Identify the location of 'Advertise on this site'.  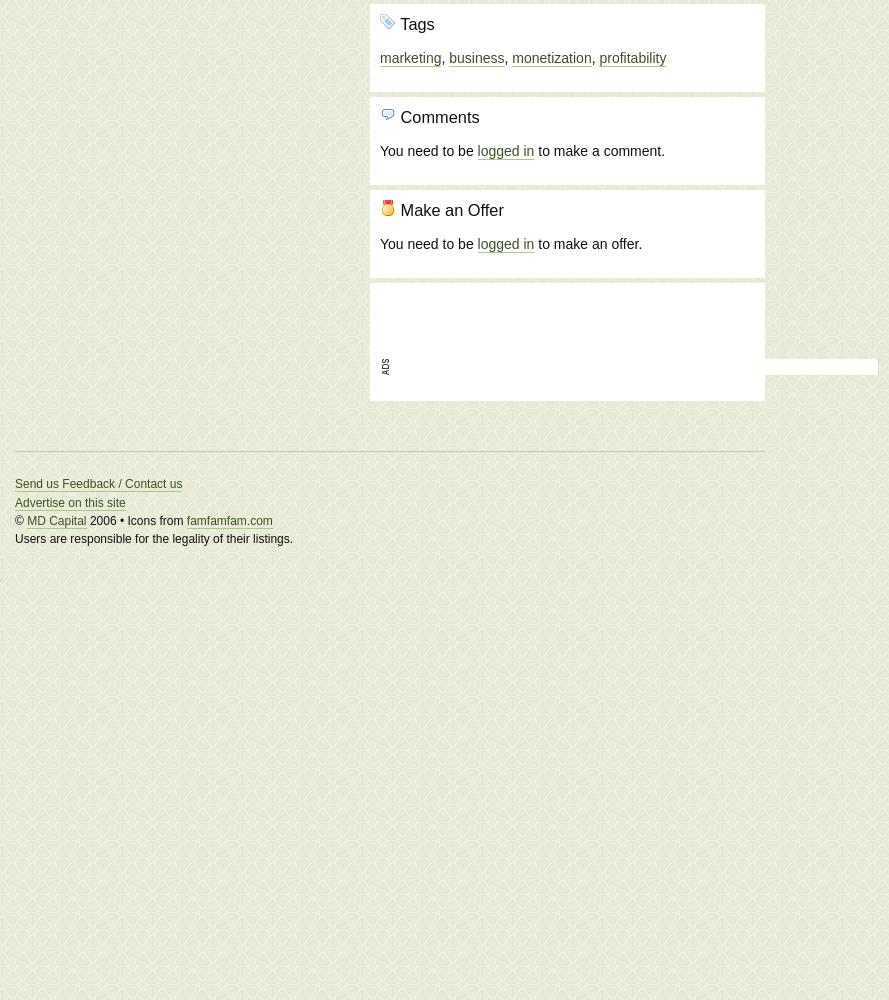
(15, 502).